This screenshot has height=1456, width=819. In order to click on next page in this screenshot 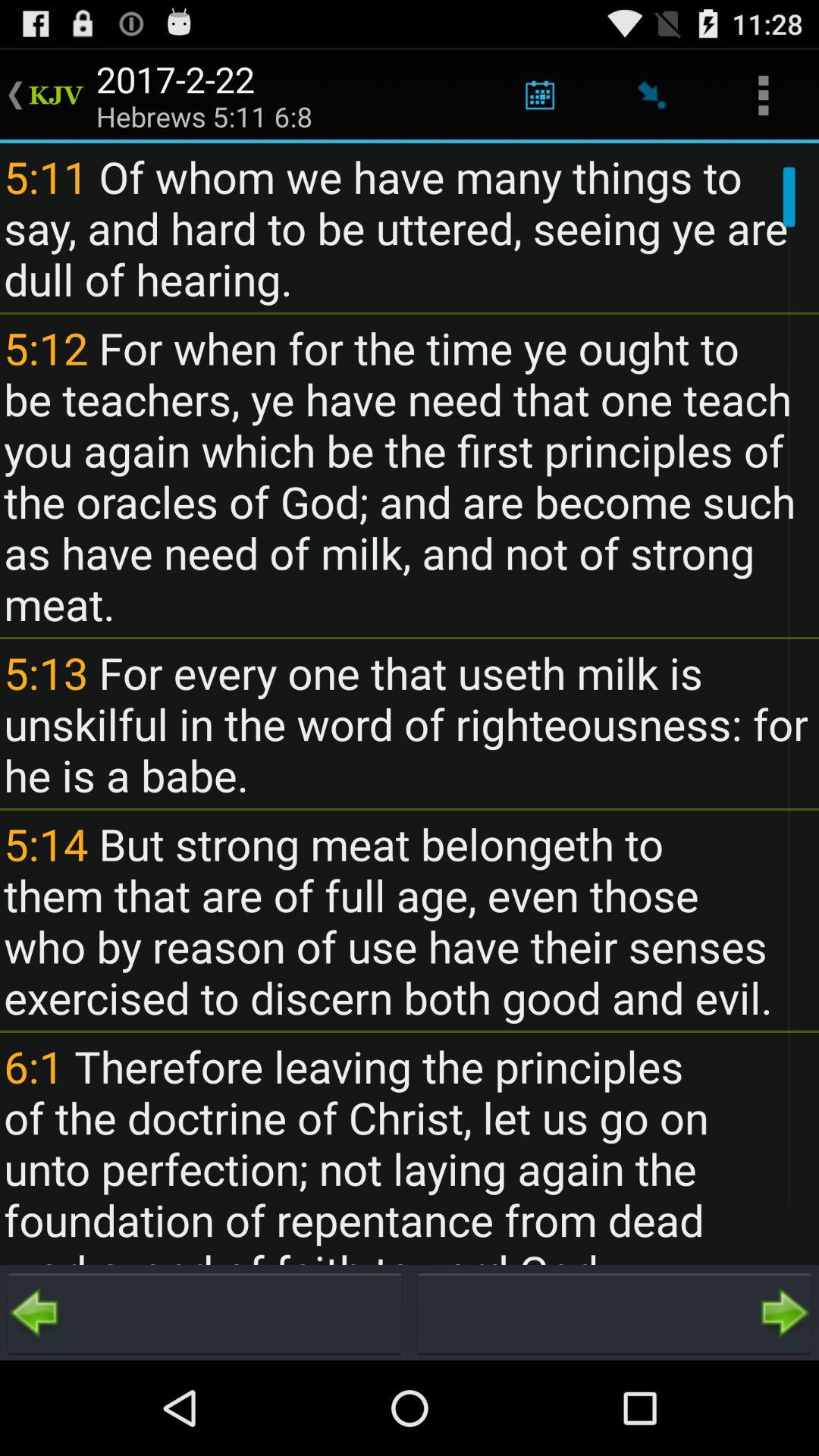, I will do `click(614, 1312)`.